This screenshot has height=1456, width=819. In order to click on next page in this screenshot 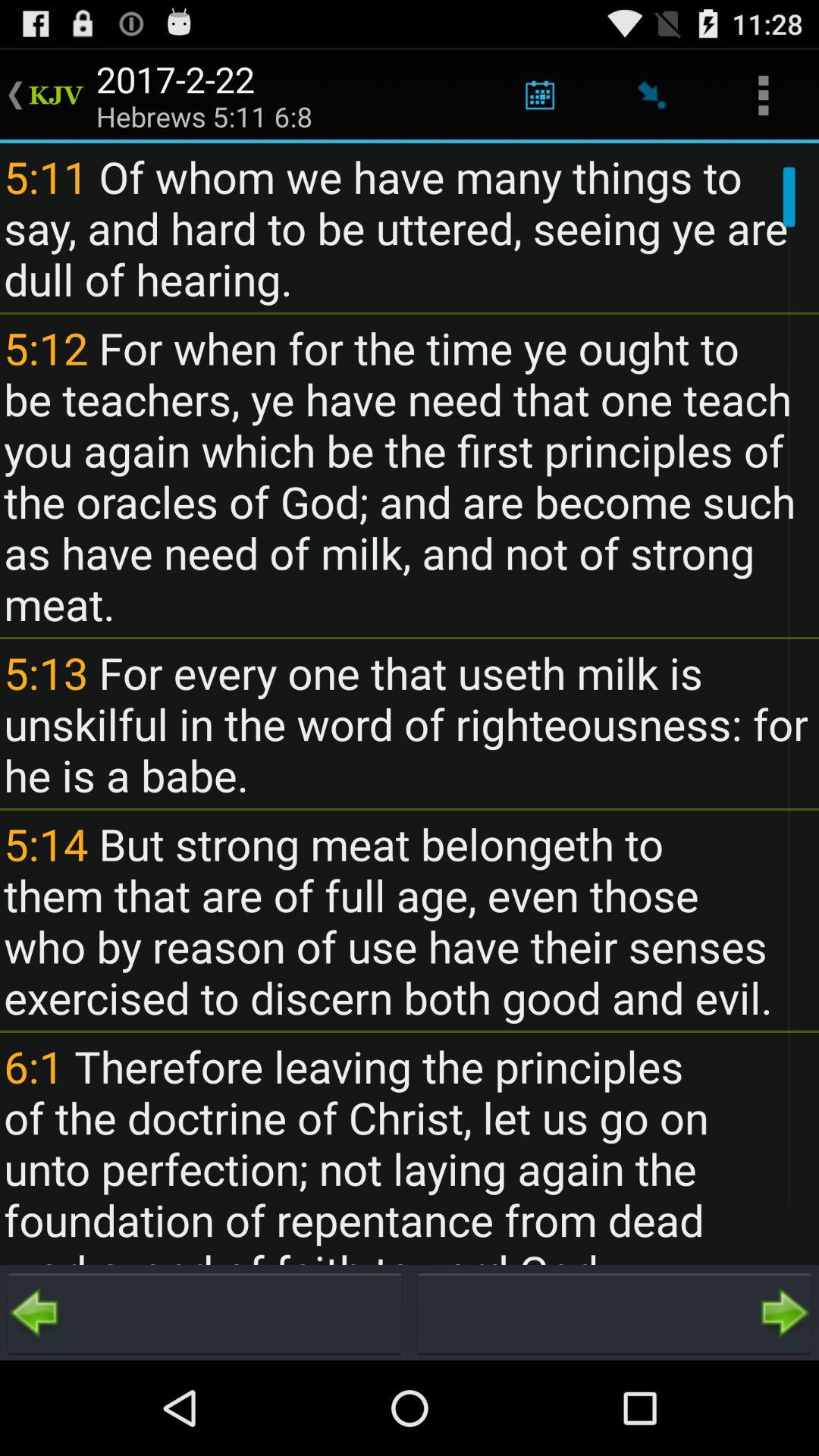, I will do `click(614, 1312)`.